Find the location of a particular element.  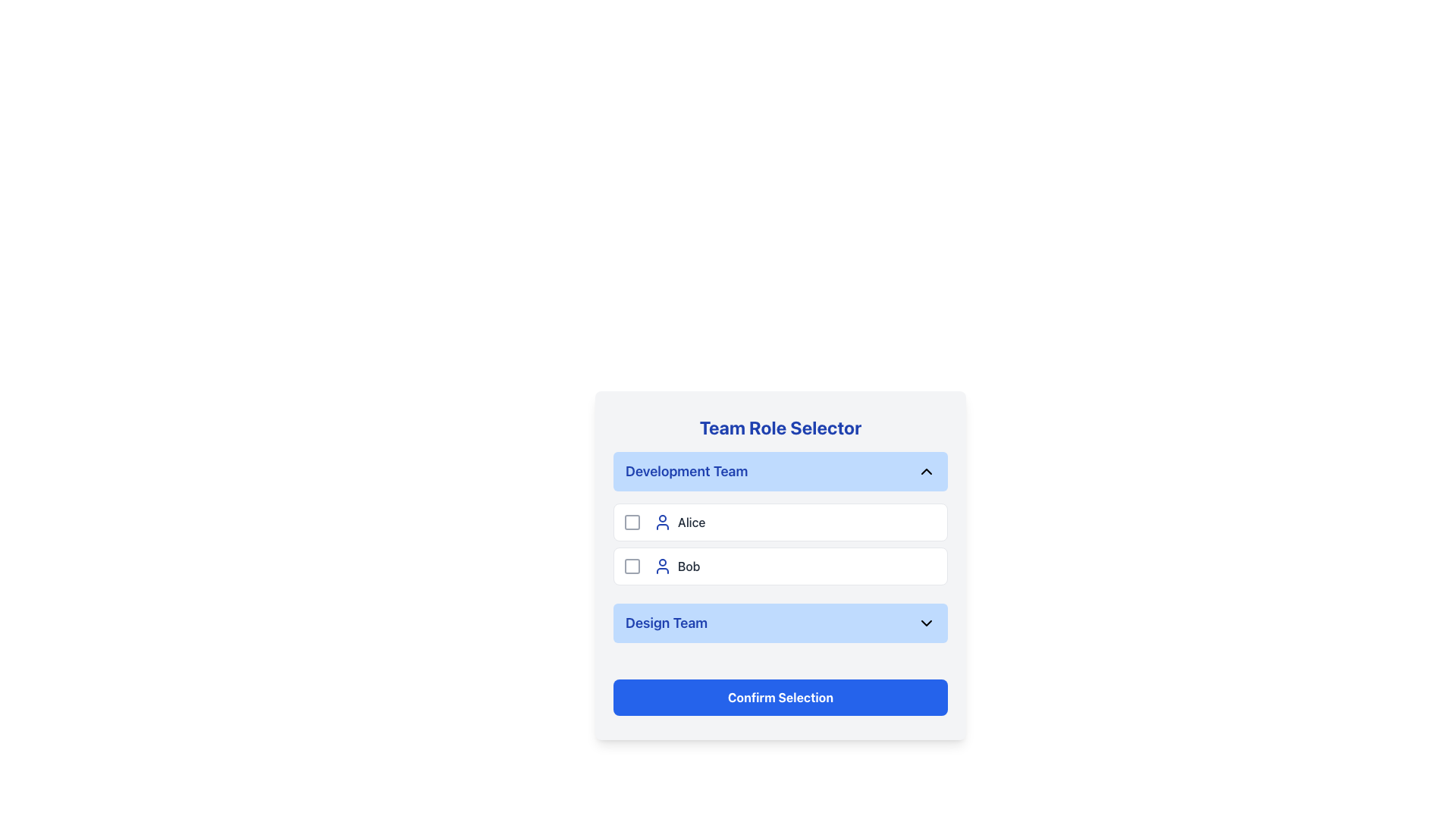

the checkbox element with a gray border located adjacent to the blue user icon and the text 'Bob' is located at coordinates (632, 566).